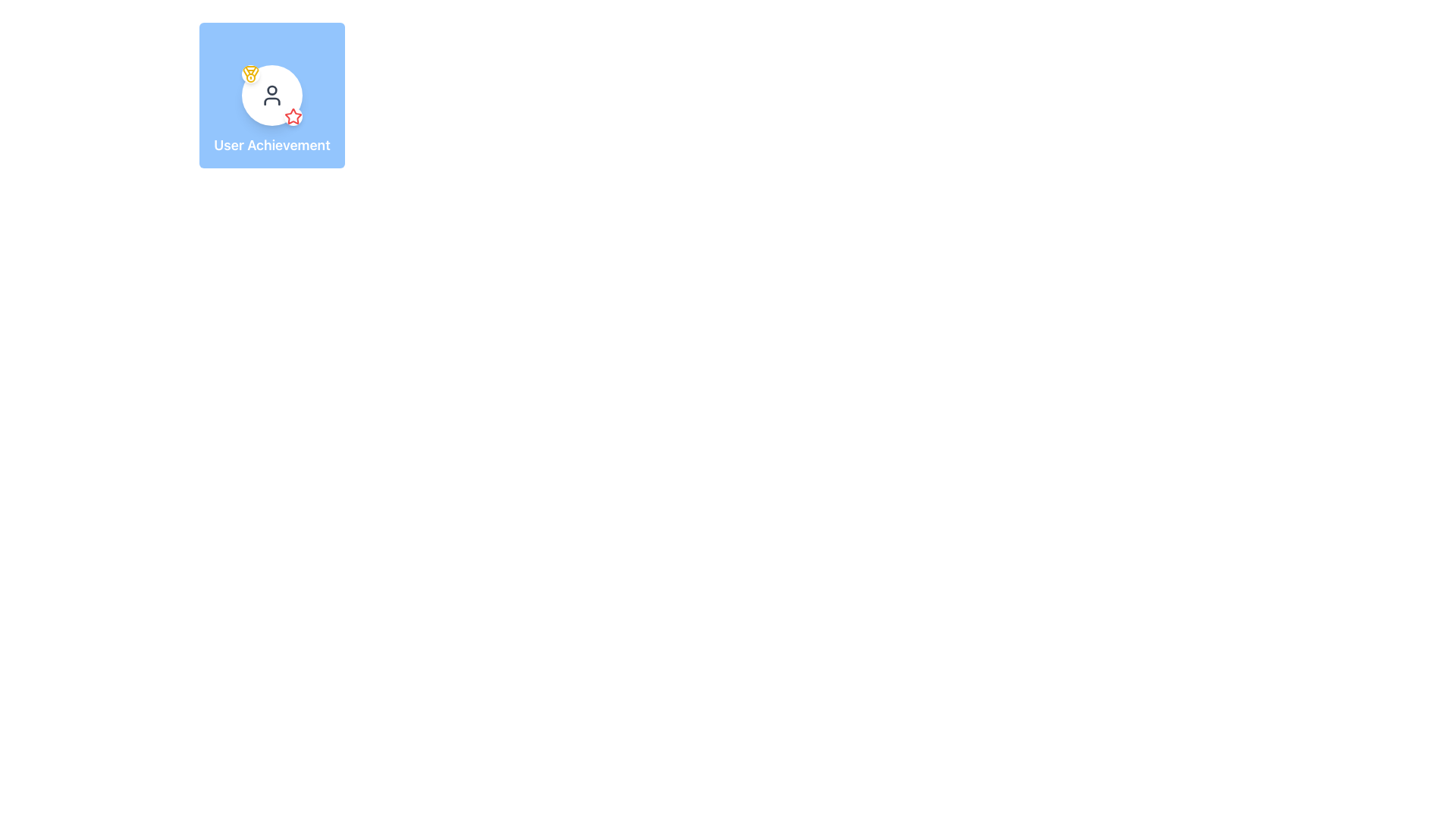  I want to click on the red star icon located at the bottom-right corner of its circular background to interact with it, so click(293, 116).